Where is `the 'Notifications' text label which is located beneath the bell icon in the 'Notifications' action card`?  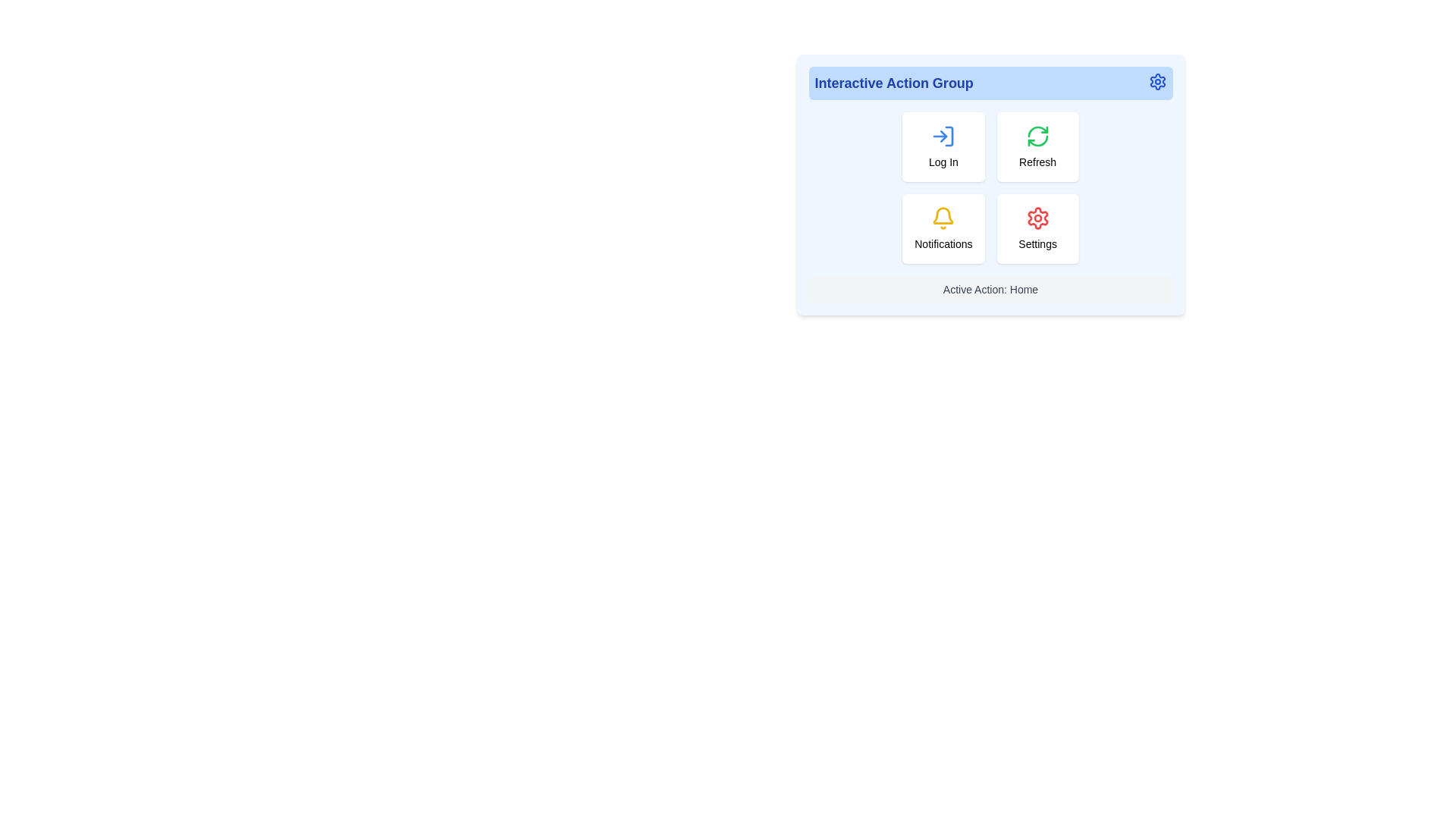 the 'Notifications' text label which is located beneath the bell icon in the 'Notifications' action card is located at coordinates (943, 243).